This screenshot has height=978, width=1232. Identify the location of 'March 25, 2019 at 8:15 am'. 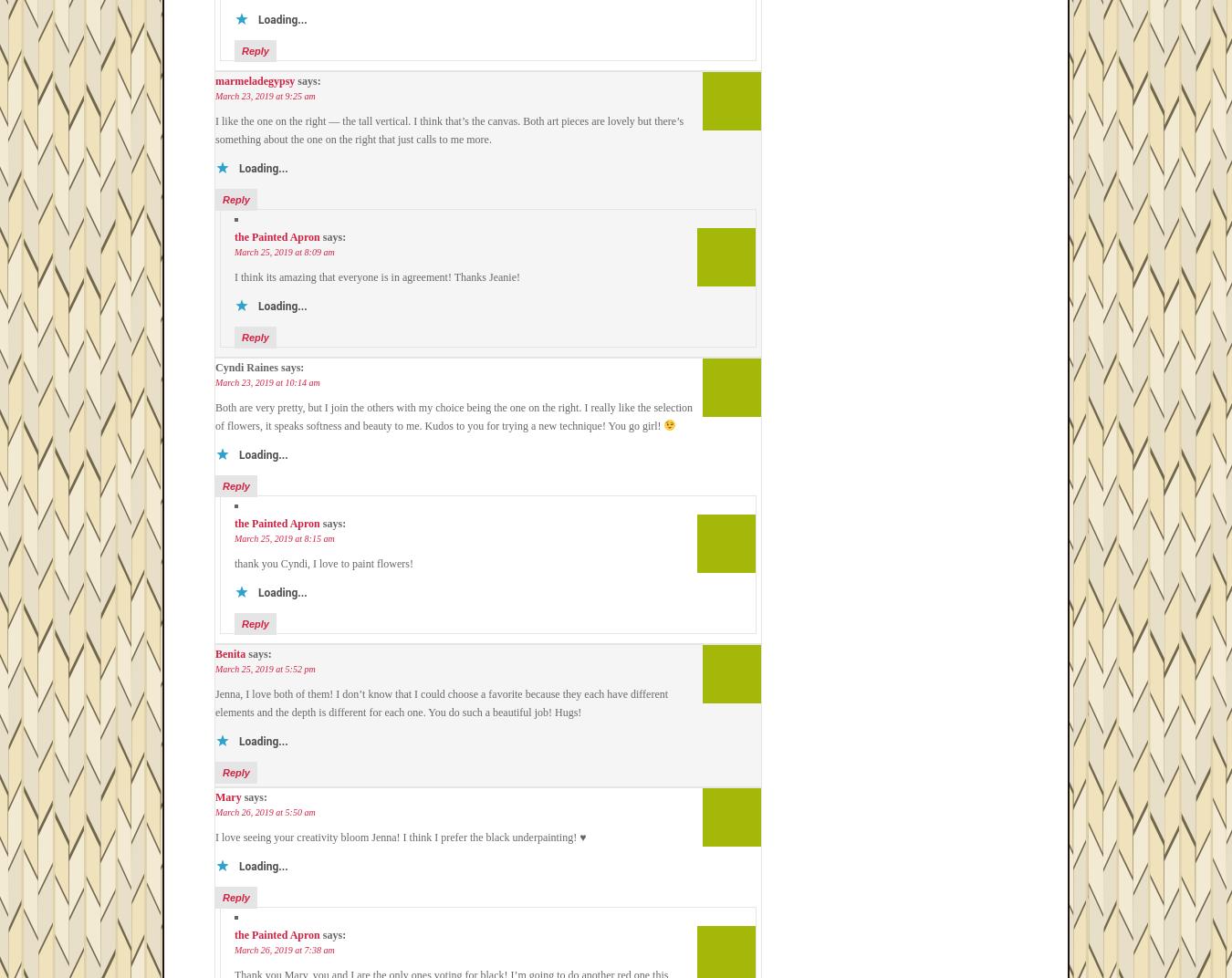
(283, 537).